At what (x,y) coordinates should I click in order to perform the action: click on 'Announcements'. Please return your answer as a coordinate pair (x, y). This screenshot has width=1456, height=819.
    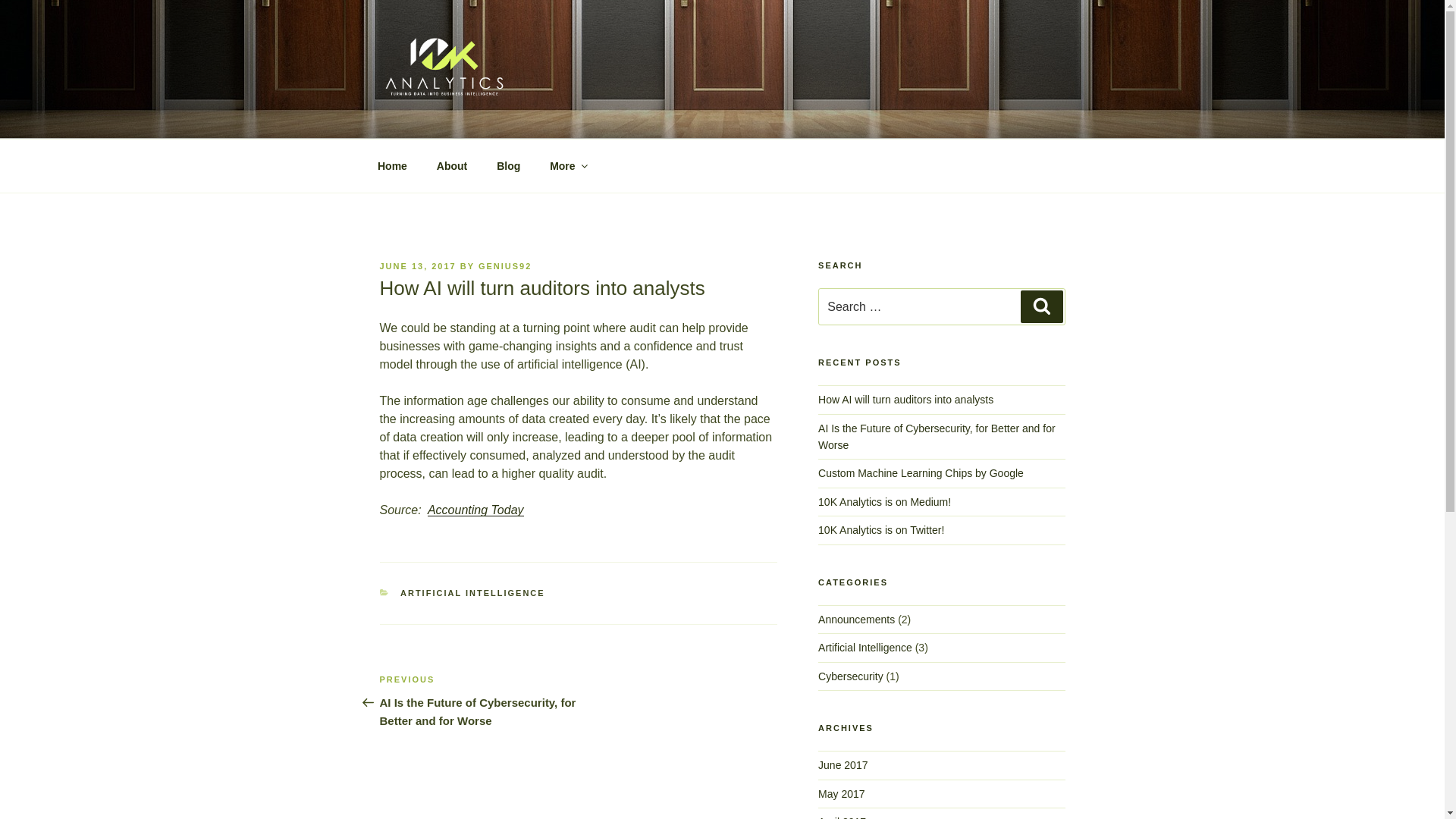
    Looking at the image, I should click on (856, 620).